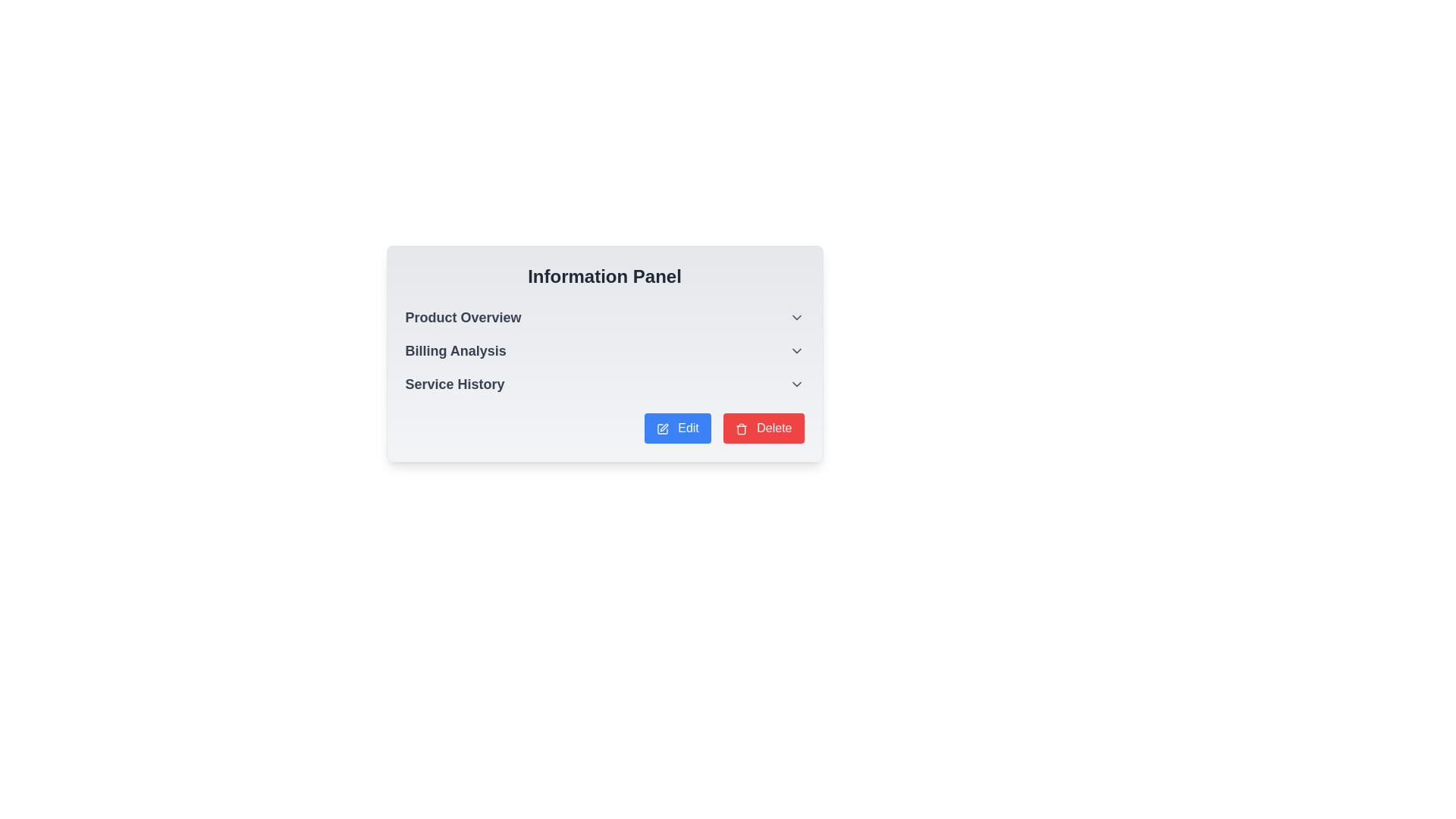 The width and height of the screenshot is (1456, 819). What do you see at coordinates (764, 428) in the screenshot?
I see `the 'Delete' button located at the bottom-right corner of the 'Information Panel', which is the second button in a horizontal pair, to initiate the delete operation` at bounding box center [764, 428].